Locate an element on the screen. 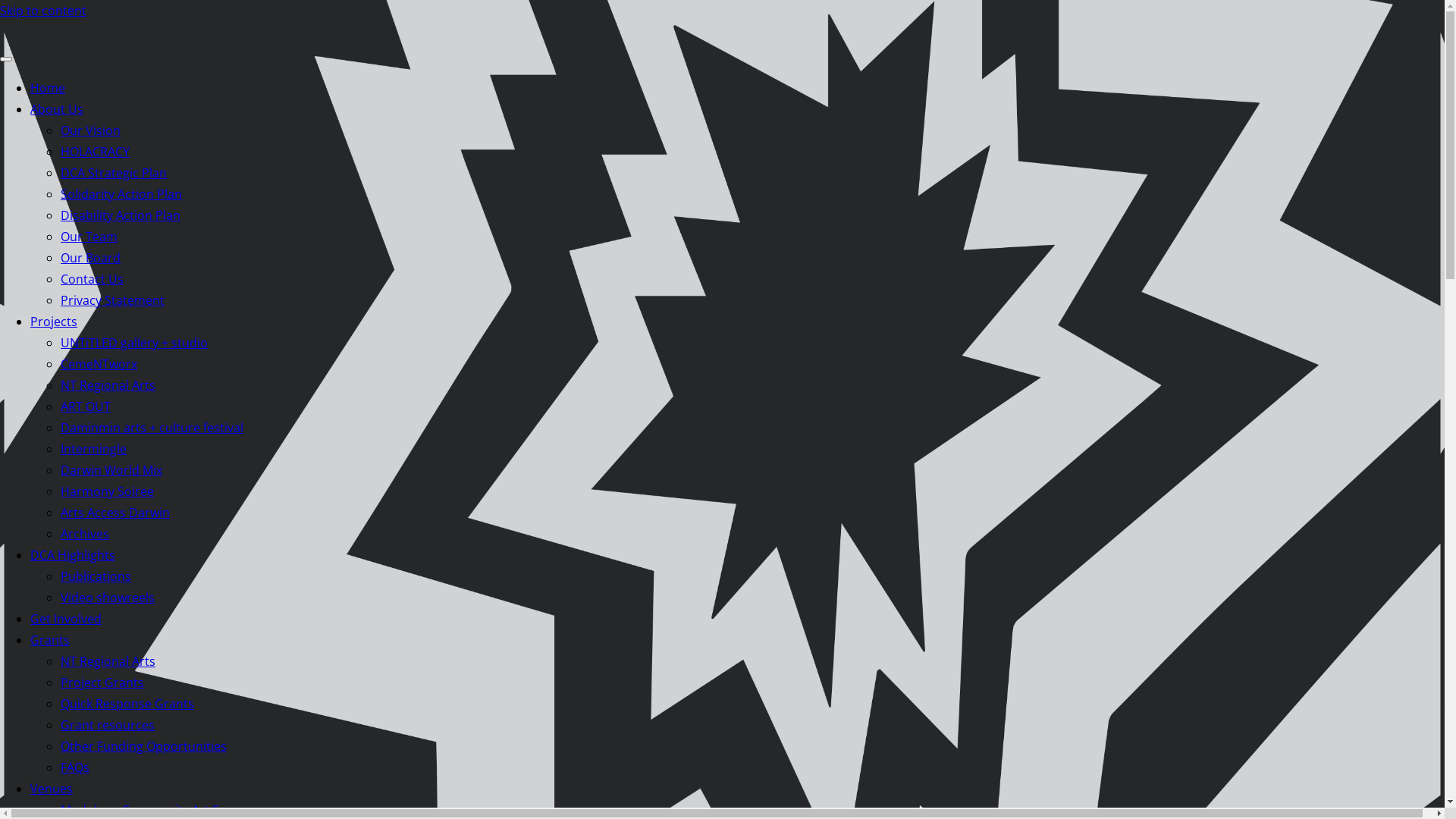 The height and width of the screenshot is (819, 1456). 'Disability Action Plan' is located at coordinates (119, 215).